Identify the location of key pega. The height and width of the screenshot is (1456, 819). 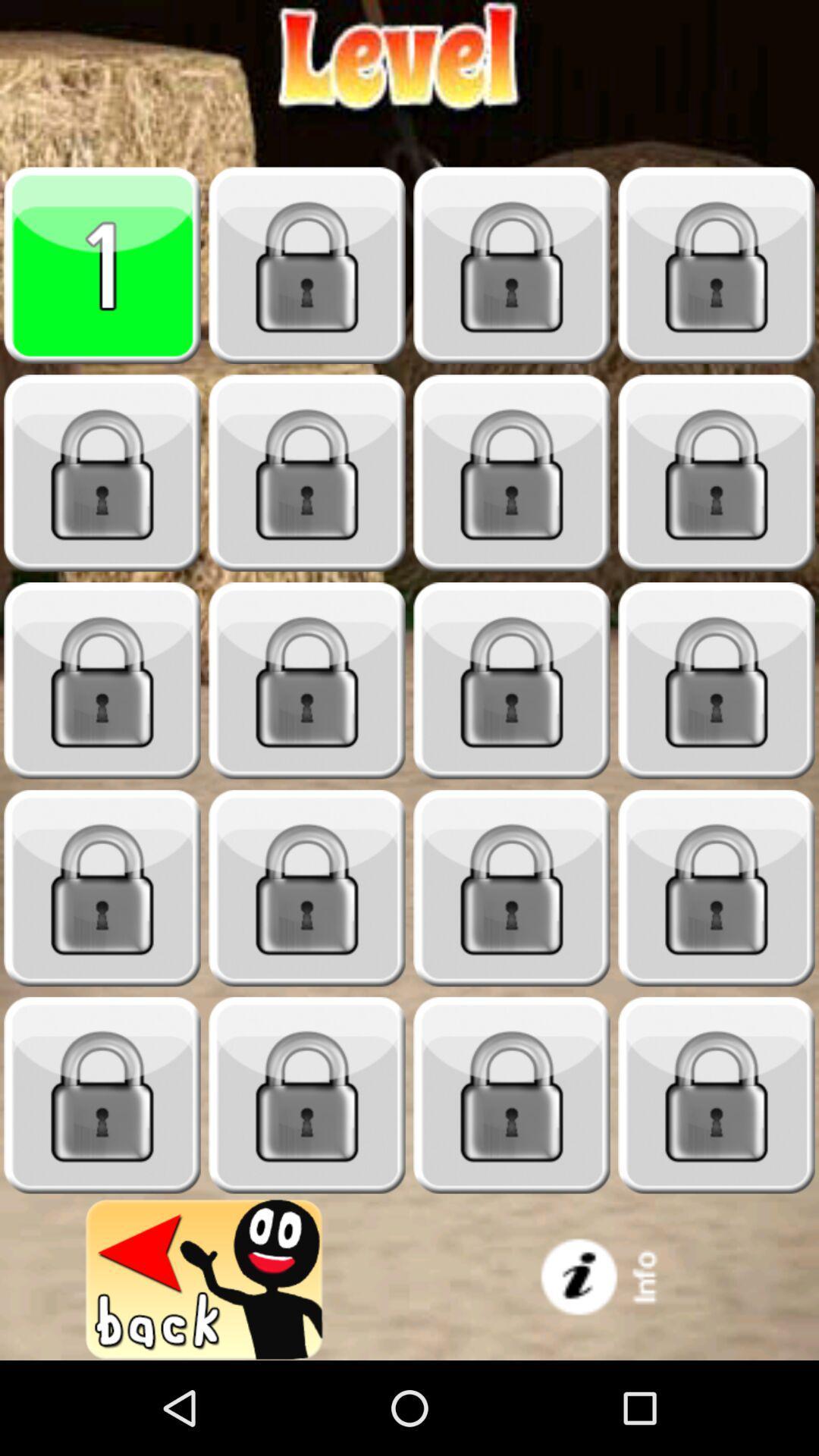
(102, 680).